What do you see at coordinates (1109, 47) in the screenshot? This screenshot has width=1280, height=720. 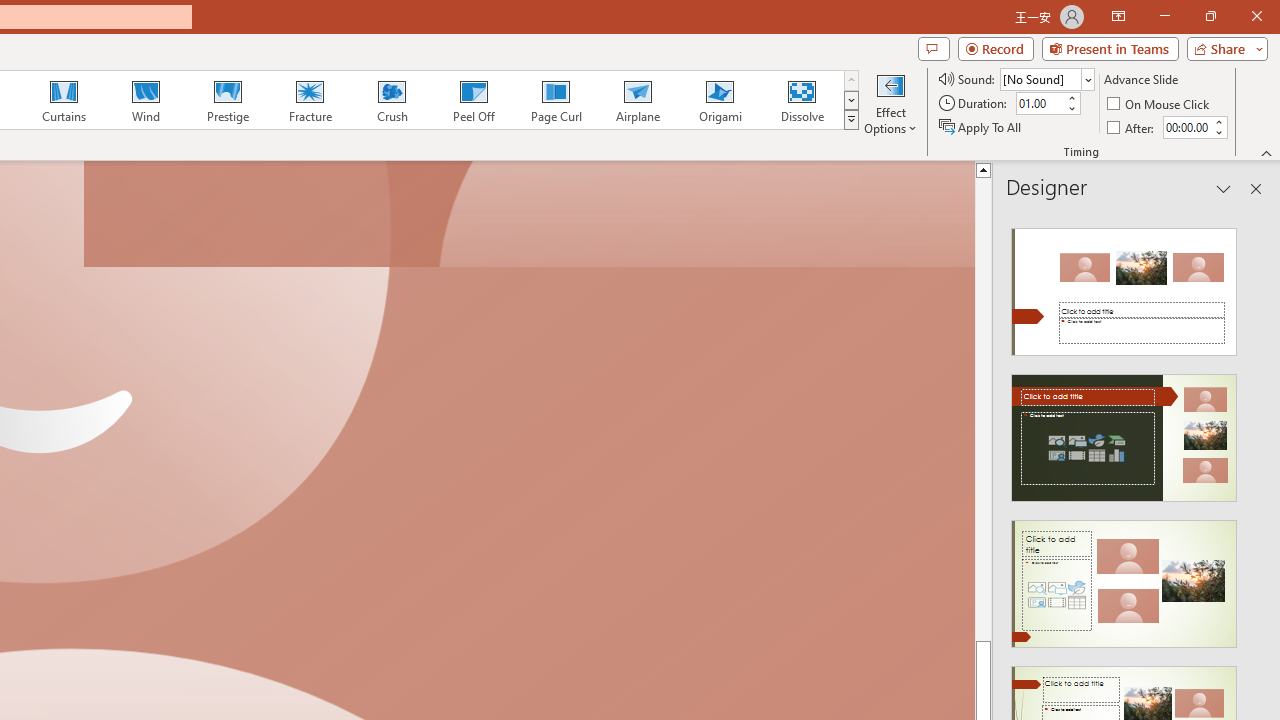 I see `'Present in Teams'` at bounding box center [1109, 47].